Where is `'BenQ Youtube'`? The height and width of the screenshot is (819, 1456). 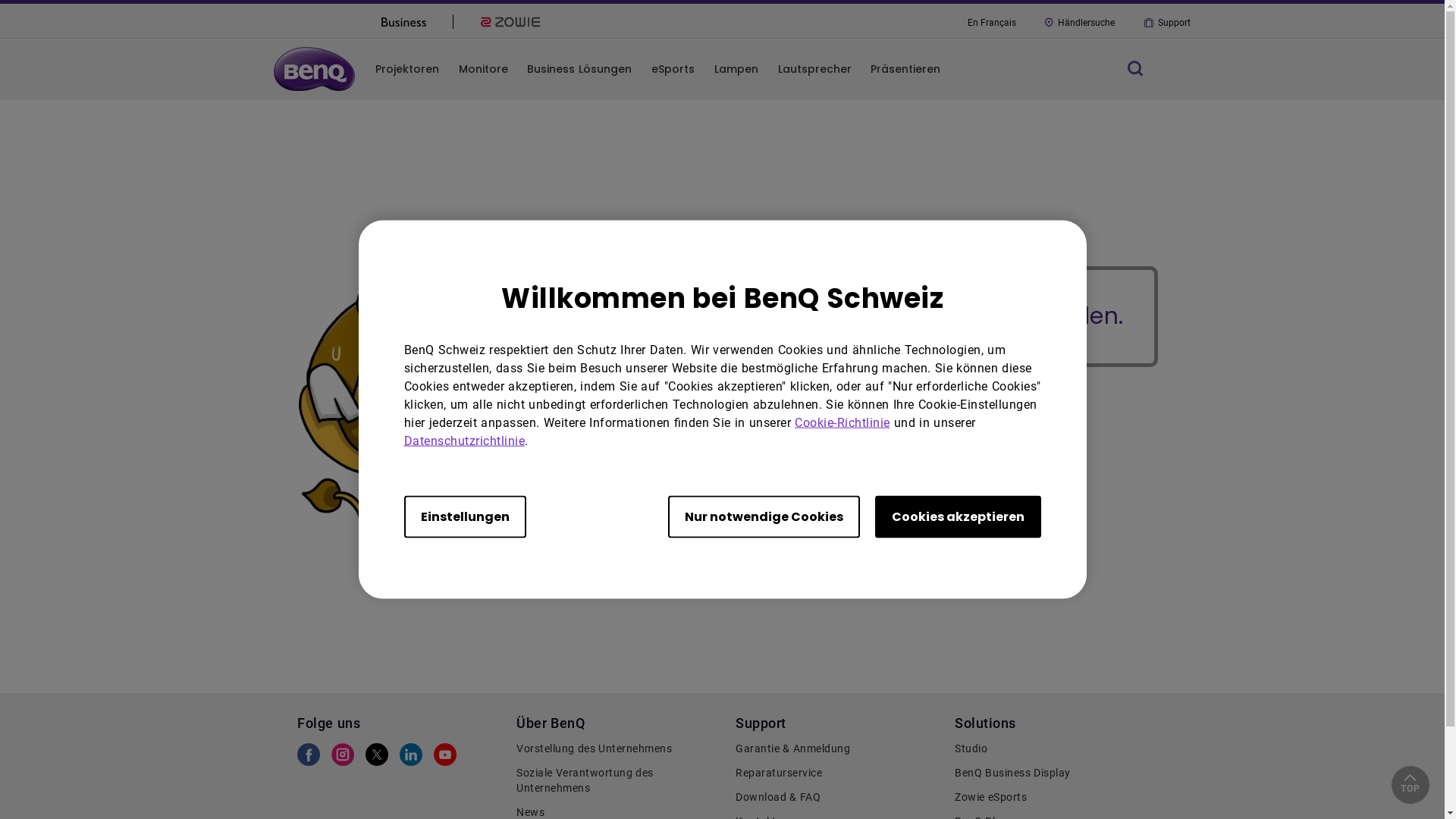
'BenQ Youtube' is located at coordinates (444, 758).